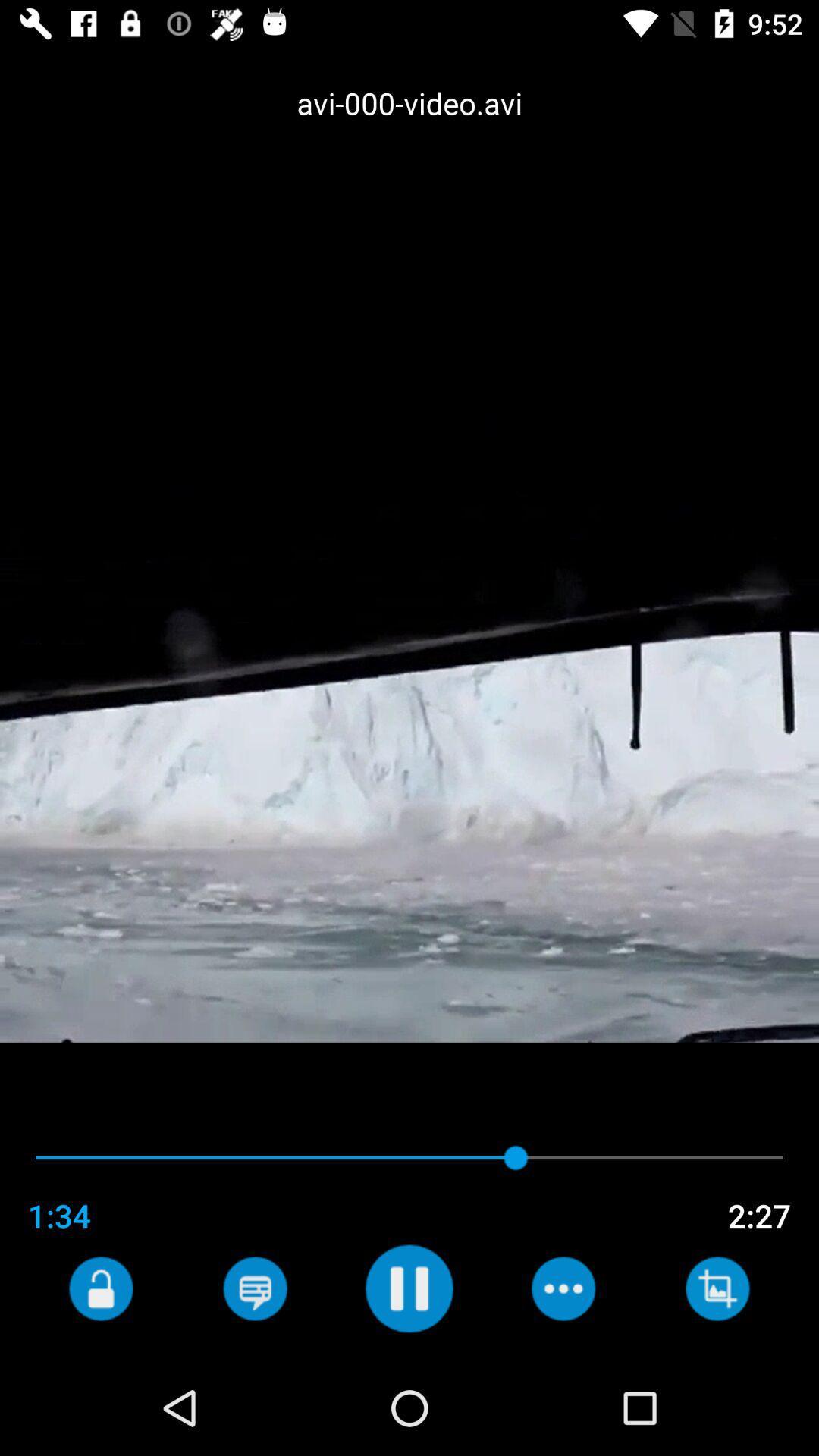 This screenshot has height=1456, width=819. What do you see at coordinates (717, 1288) in the screenshot?
I see `crop the image` at bounding box center [717, 1288].